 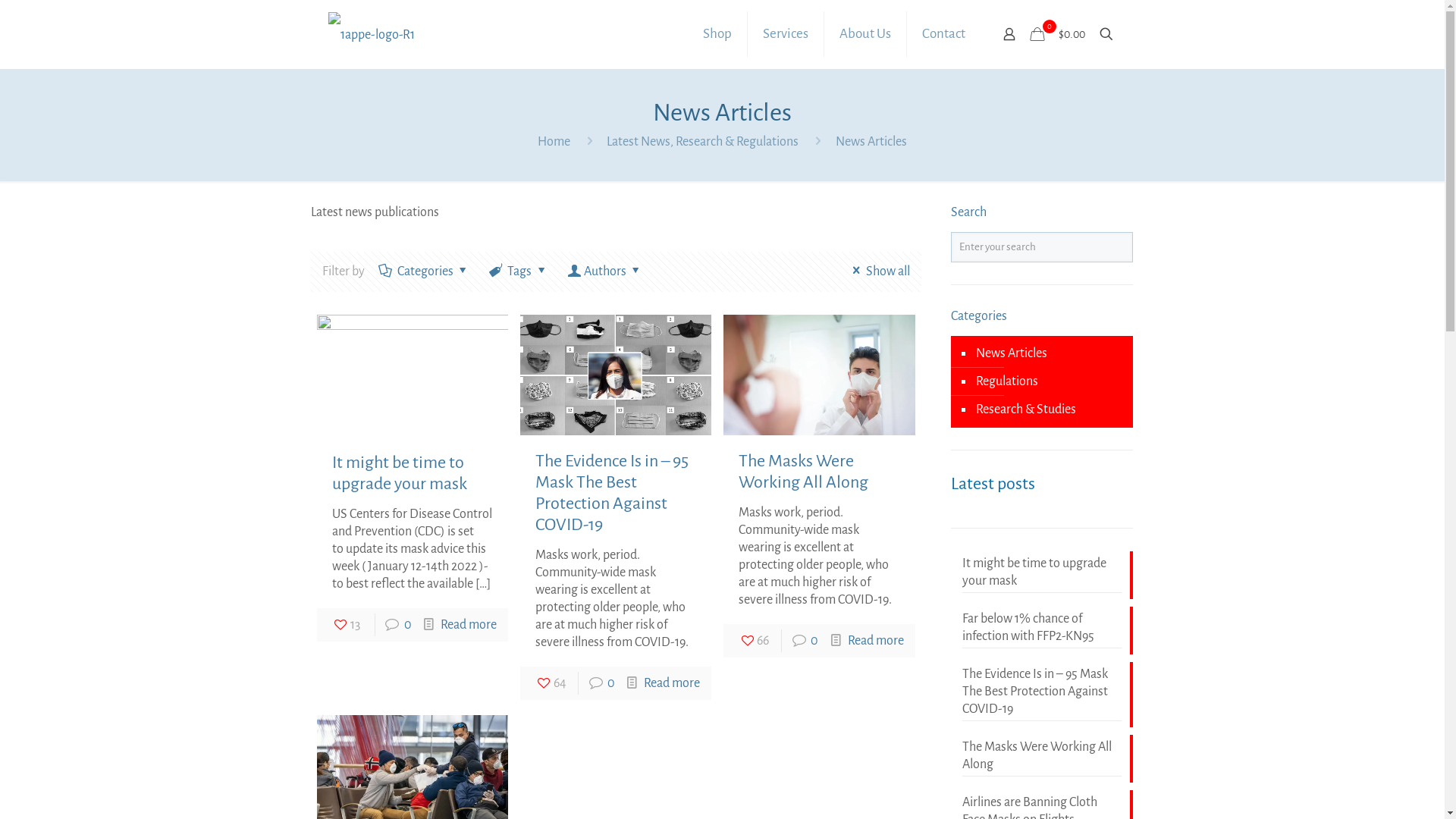 I want to click on '66', so click(x=753, y=640).